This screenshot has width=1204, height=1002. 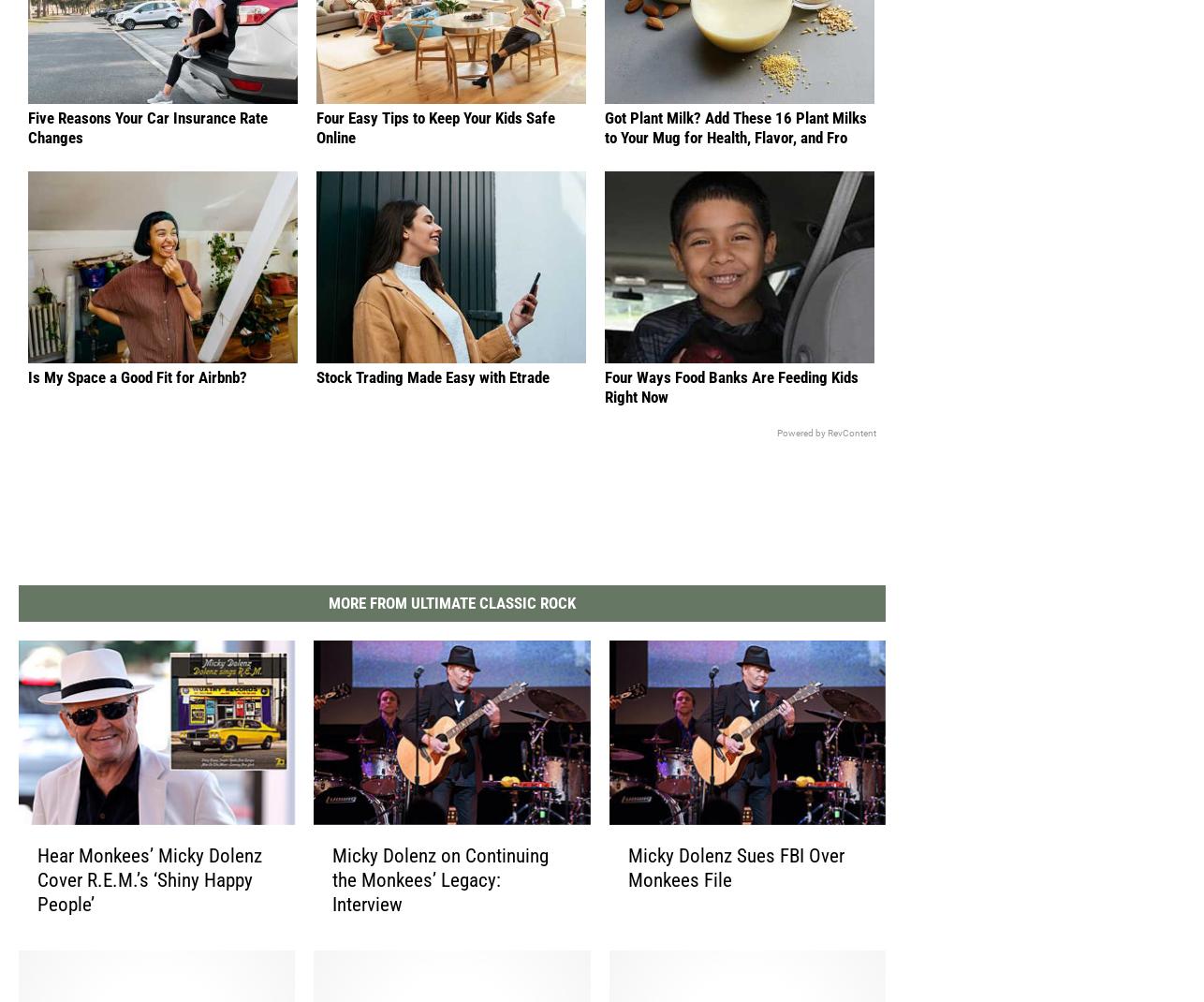 What do you see at coordinates (432, 393) in the screenshot?
I see `'Stock Trading Made Easy with Etrade'` at bounding box center [432, 393].